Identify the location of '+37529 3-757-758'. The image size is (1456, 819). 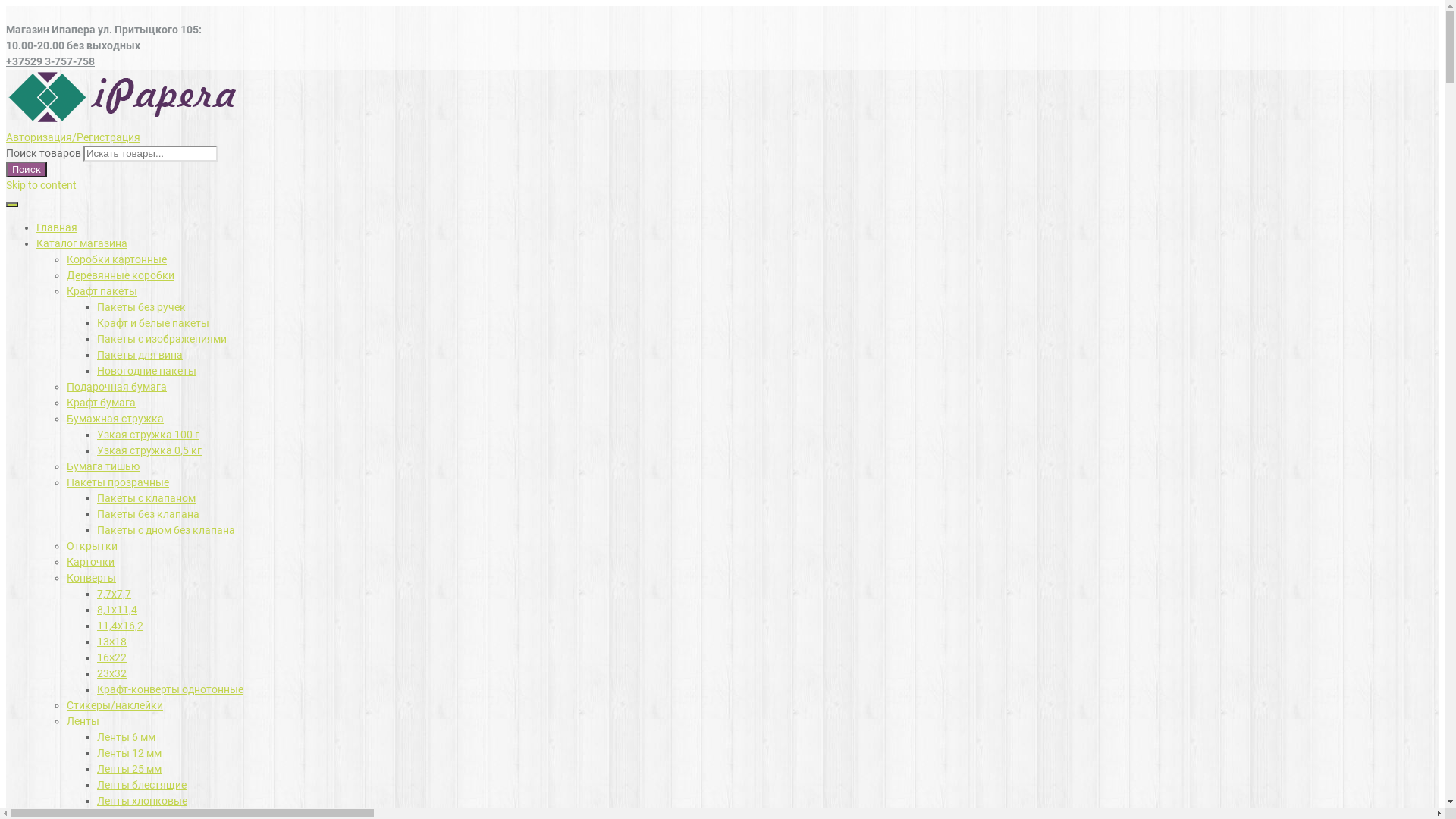
(50, 61).